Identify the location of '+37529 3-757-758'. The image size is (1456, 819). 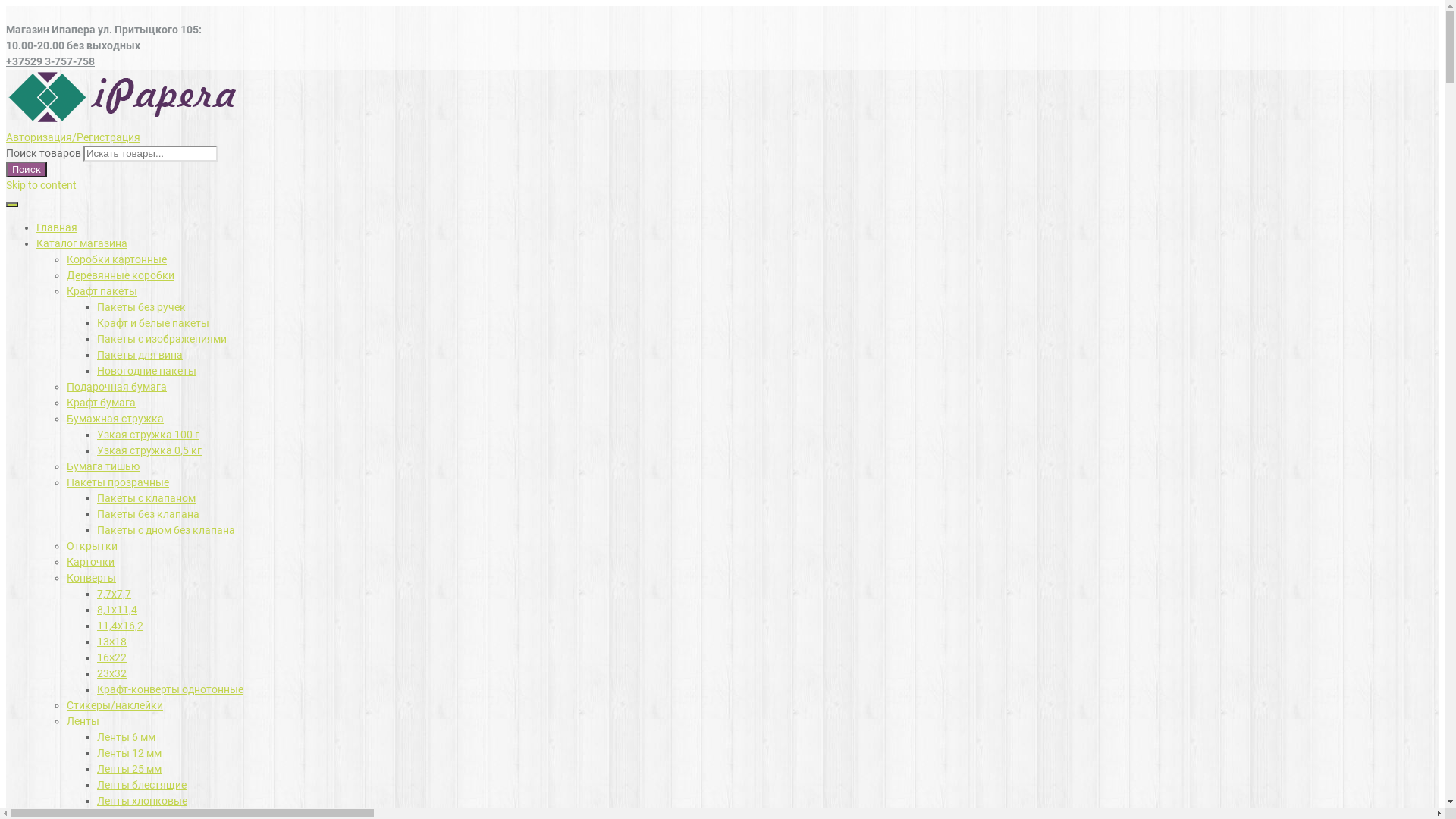
(50, 61).